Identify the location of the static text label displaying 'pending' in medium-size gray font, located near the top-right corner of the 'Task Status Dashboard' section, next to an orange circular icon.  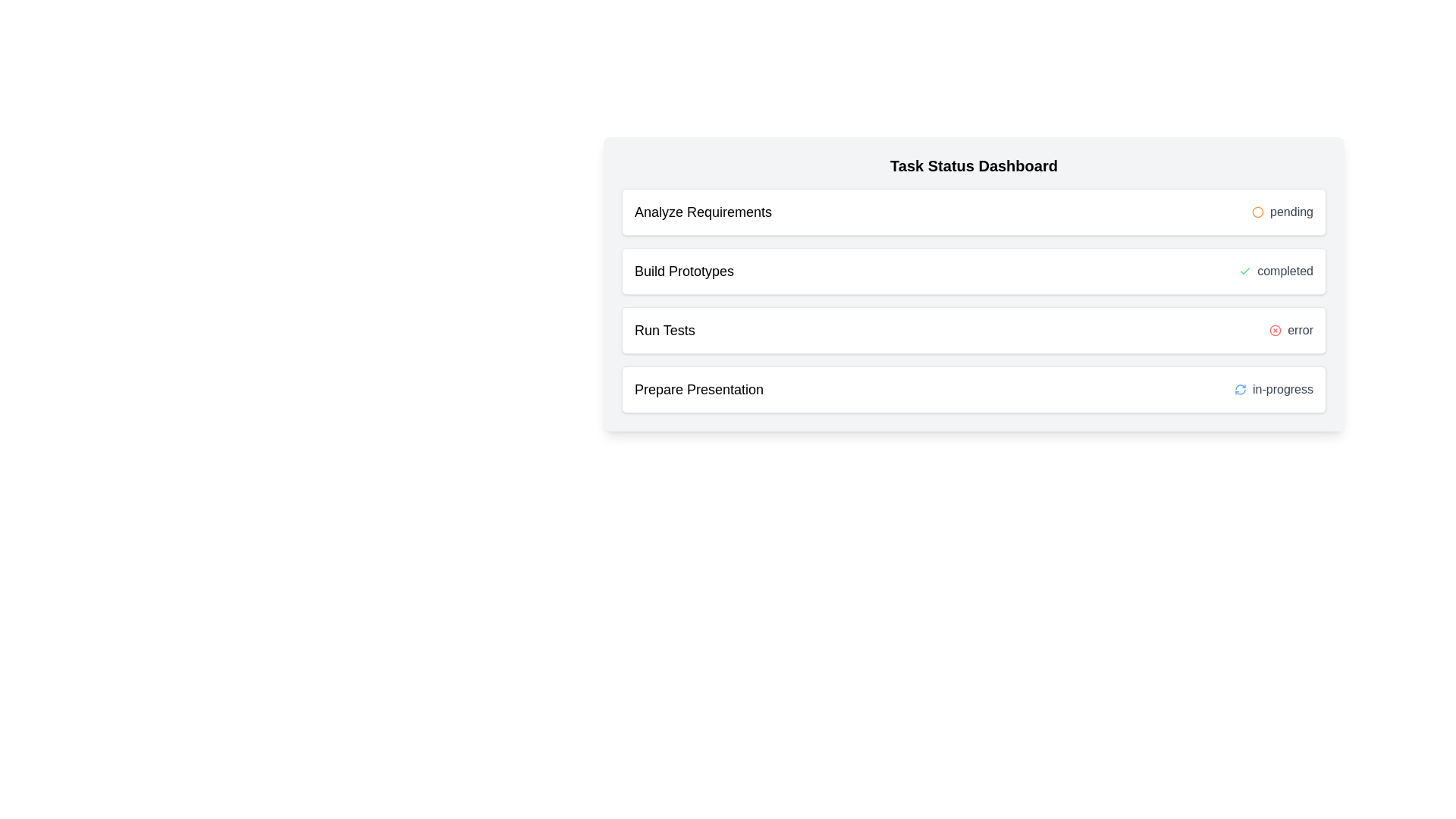
(1291, 212).